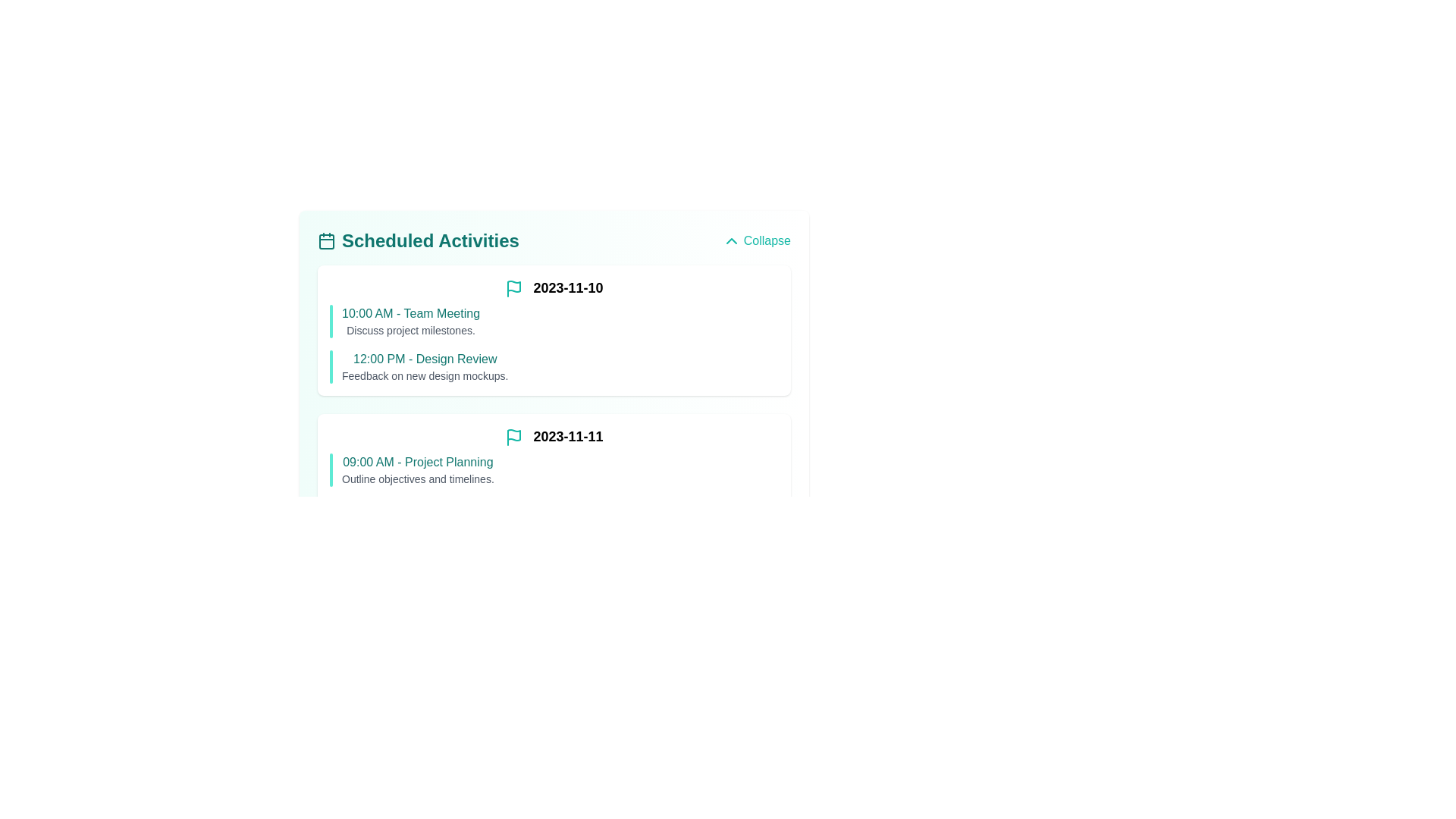  What do you see at coordinates (514, 438) in the screenshot?
I see `the teal stroke flag icon that appears next to the bold text label displaying the date '2023-11-11'` at bounding box center [514, 438].